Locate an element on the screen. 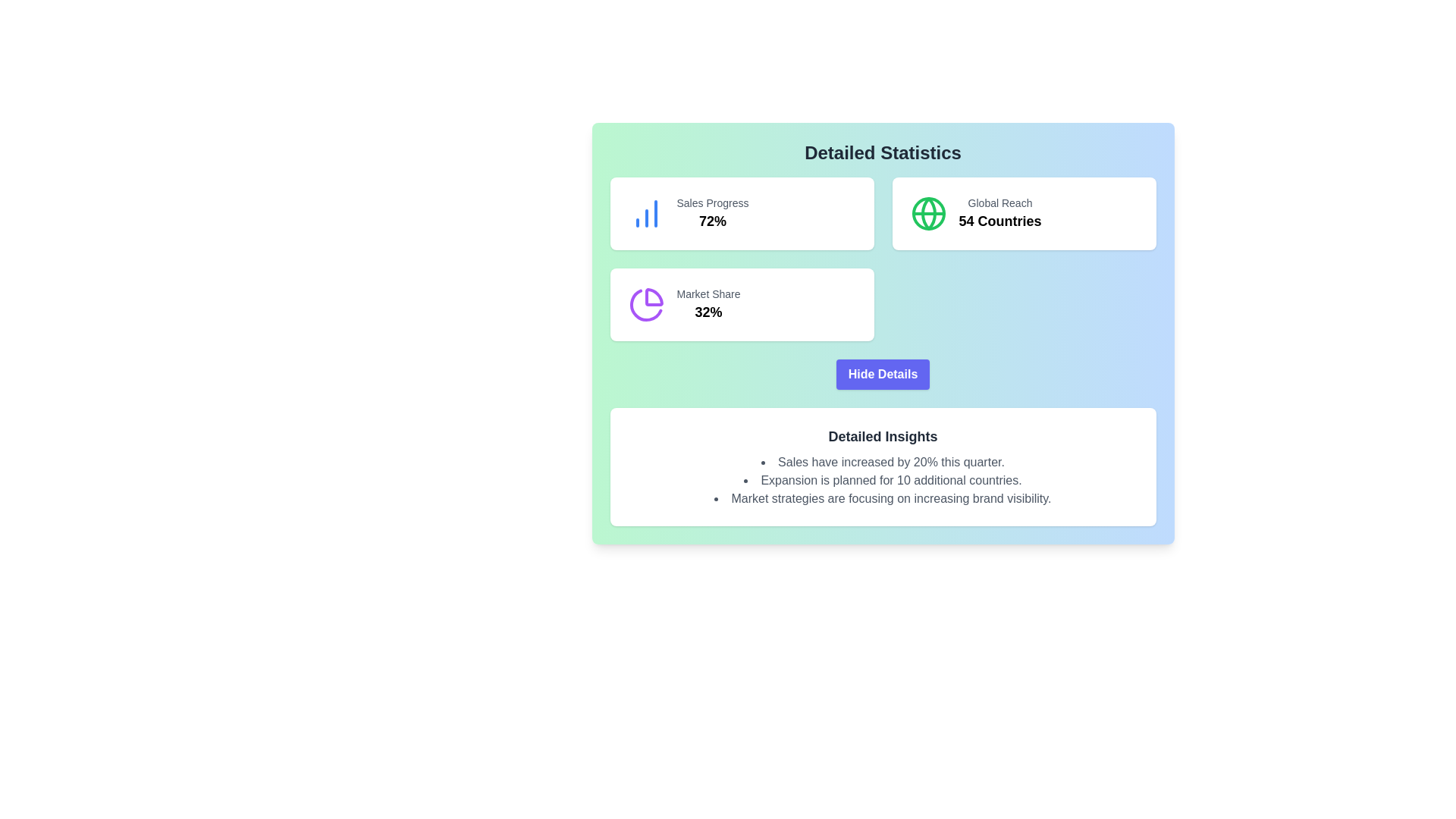 Image resolution: width=1456 pixels, height=819 pixels. text element that provides information on marketing strategies for brand visibility, located in the lower section of the interface under 'Detailed Insights' is located at coordinates (883, 499).